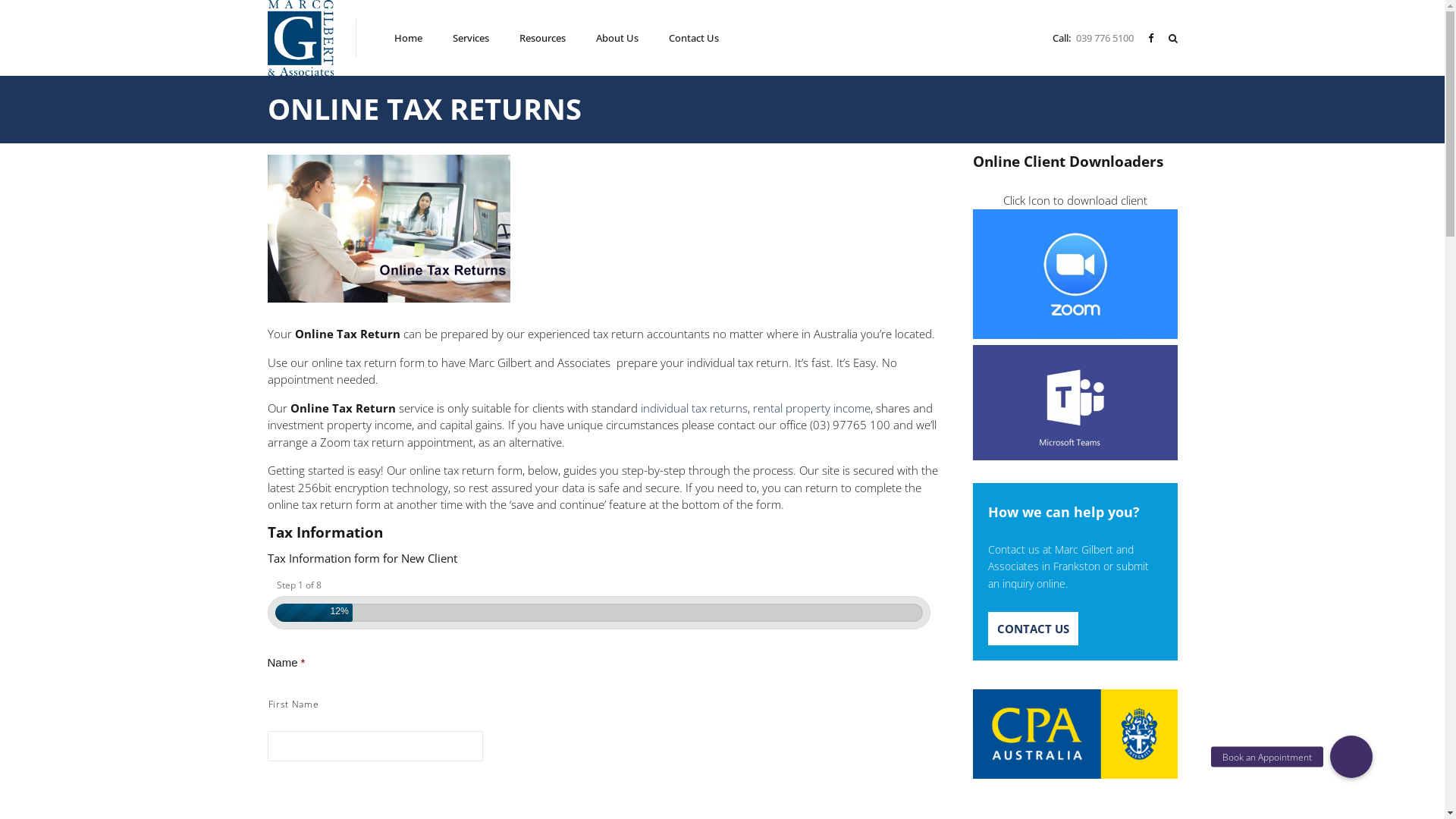 This screenshot has width=1456, height=819. What do you see at coordinates (692, 406) in the screenshot?
I see `'individual tax returns'` at bounding box center [692, 406].